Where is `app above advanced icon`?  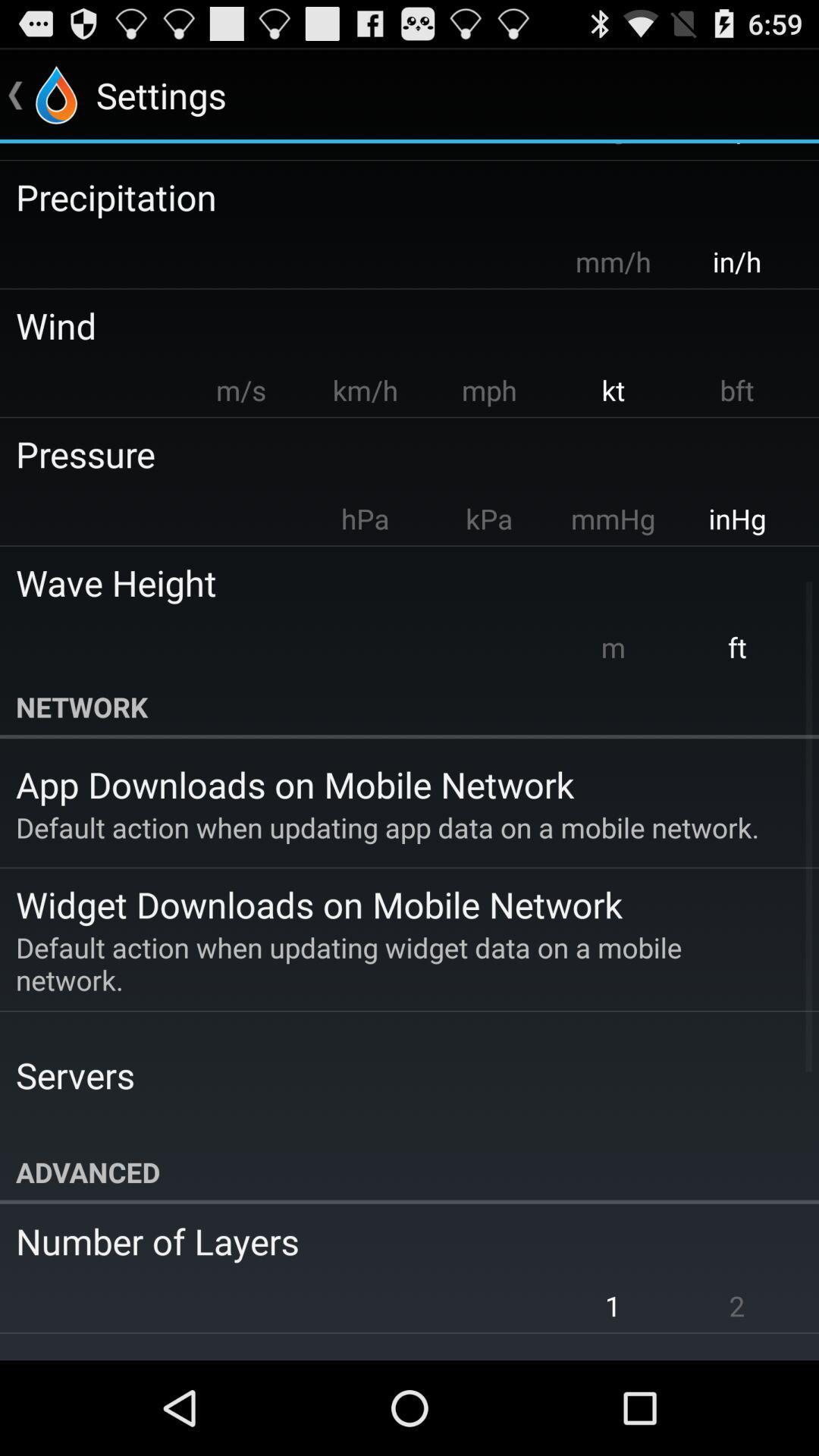 app above advanced icon is located at coordinates (75, 1074).